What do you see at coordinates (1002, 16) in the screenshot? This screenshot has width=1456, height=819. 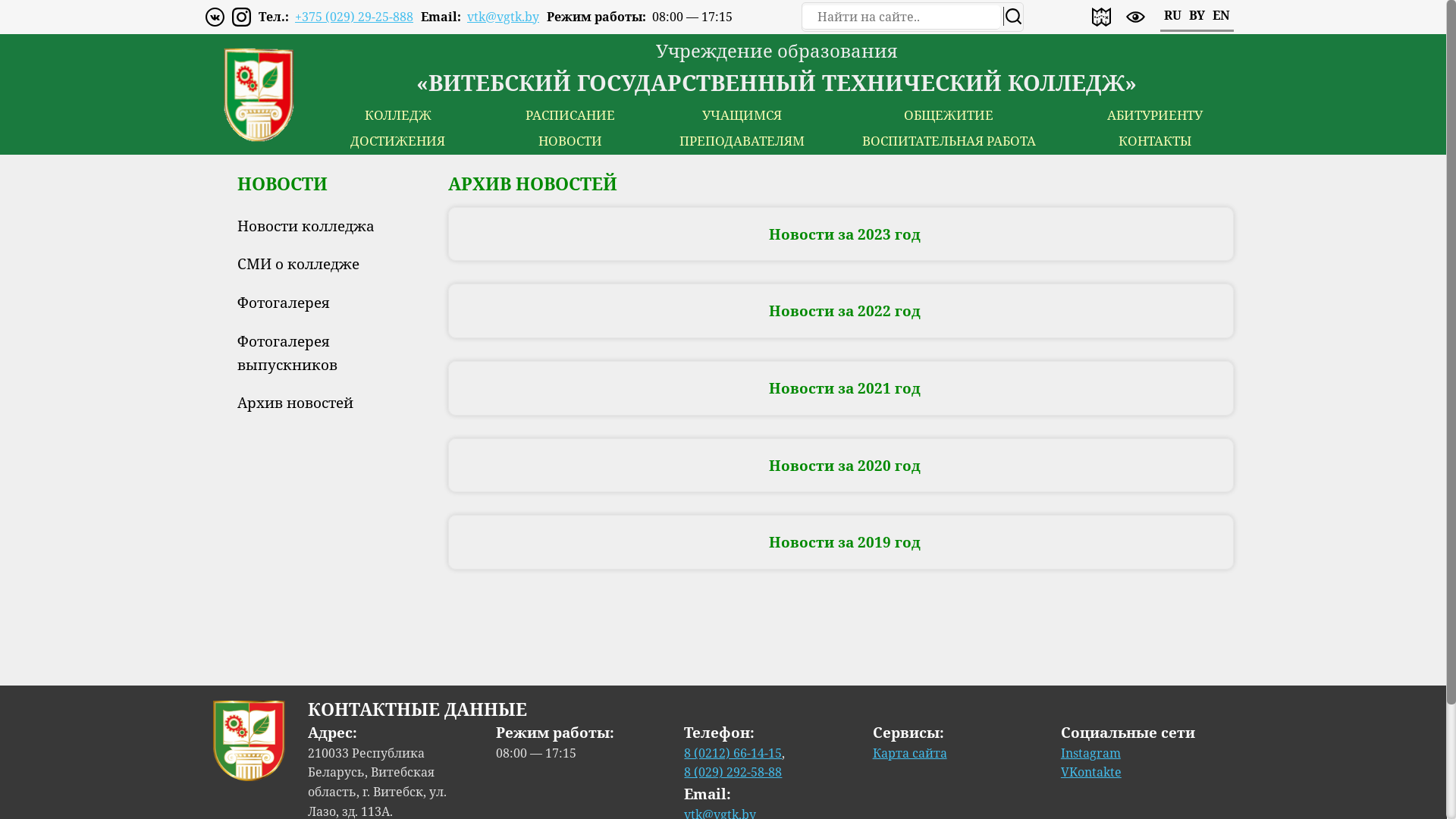 I see `'search'` at bounding box center [1002, 16].